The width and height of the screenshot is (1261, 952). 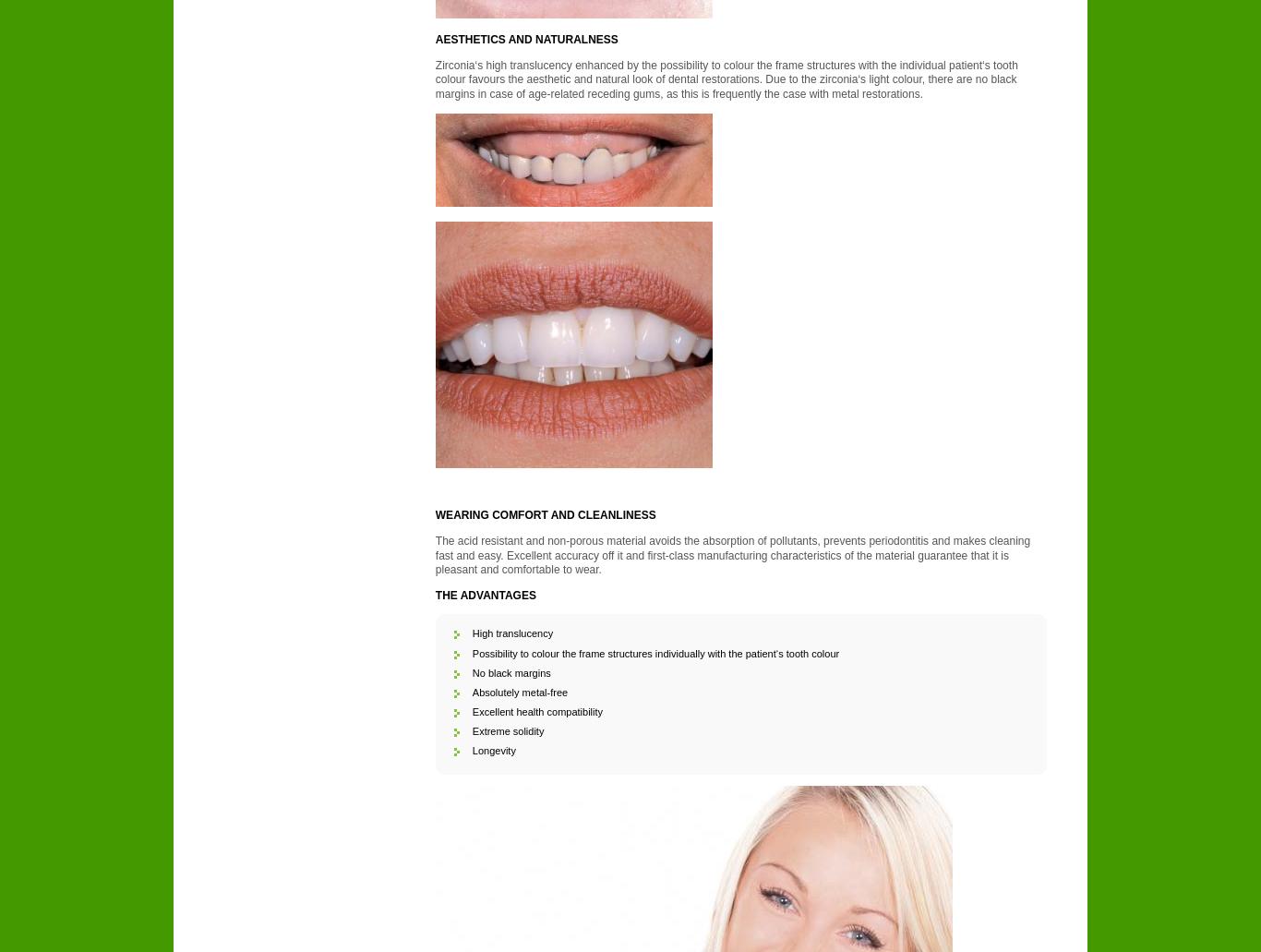 What do you see at coordinates (507, 730) in the screenshot?
I see `'Extreme solidity'` at bounding box center [507, 730].